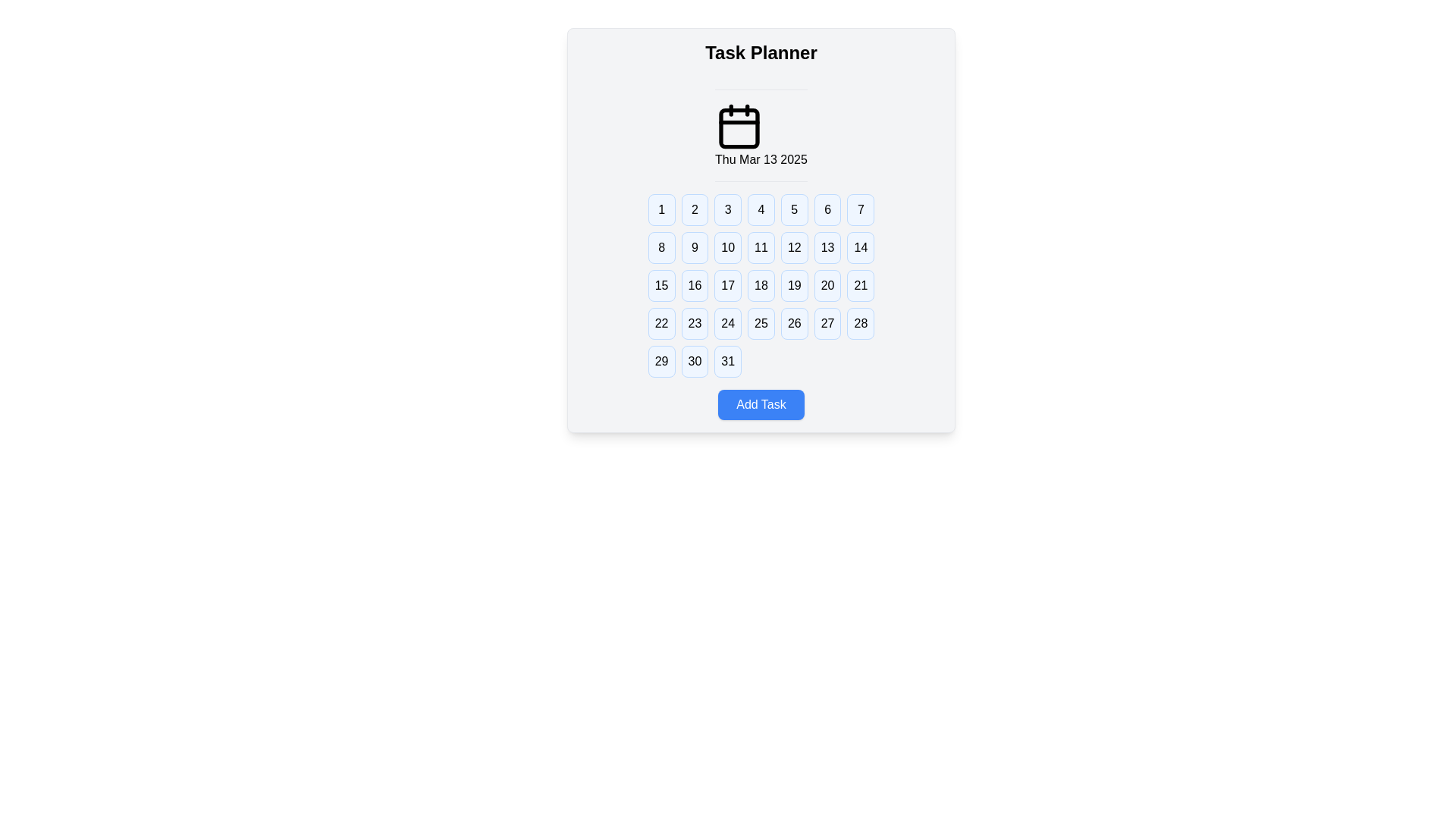 The width and height of the screenshot is (1456, 819). What do you see at coordinates (860, 210) in the screenshot?
I see `the rectangular button with rounded corners, light blue background, and the bold number '7' at its center` at bounding box center [860, 210].